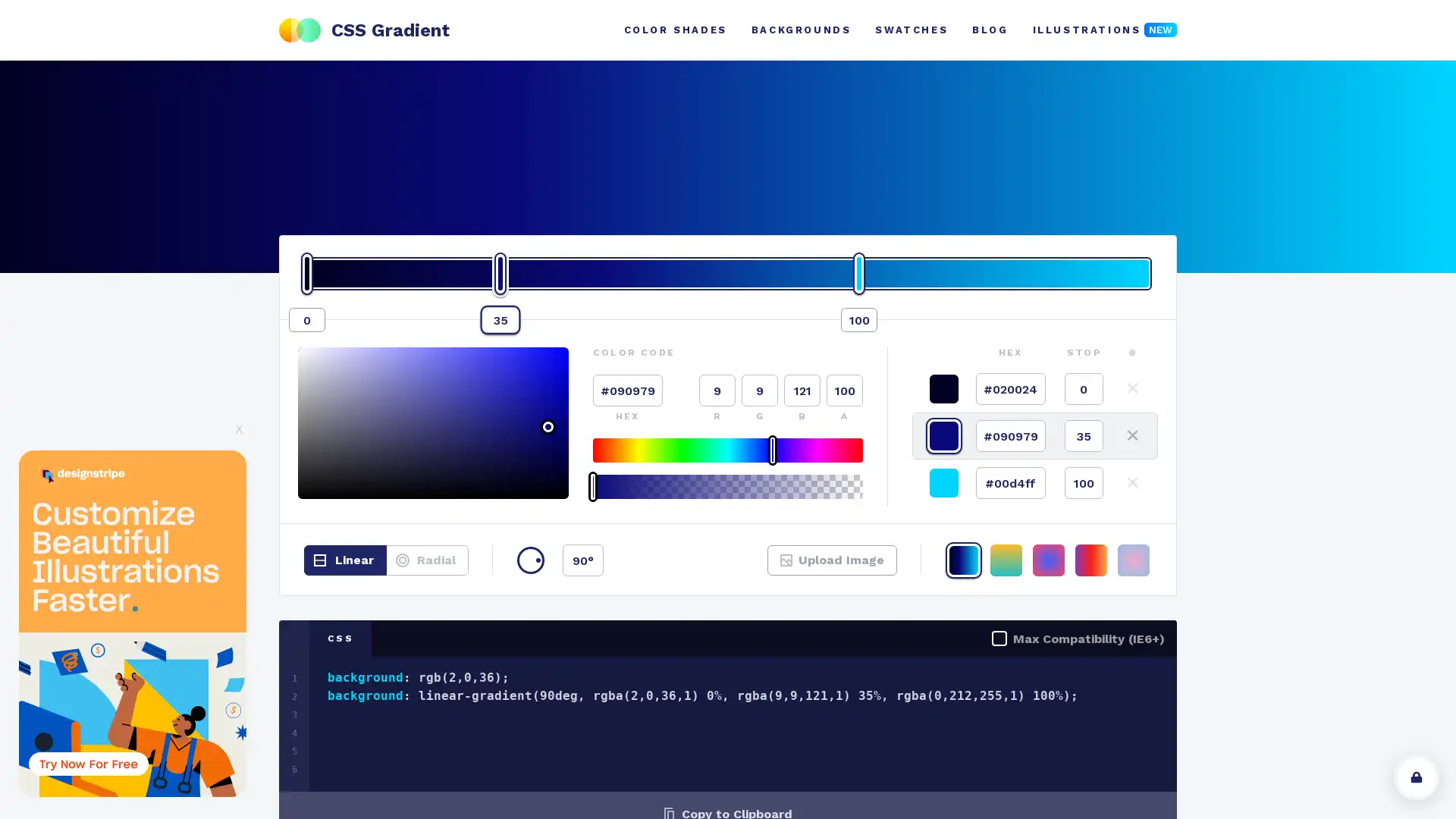 This screenshot has width=1456, height=819. I want to click on Radial, so click(426, 560).